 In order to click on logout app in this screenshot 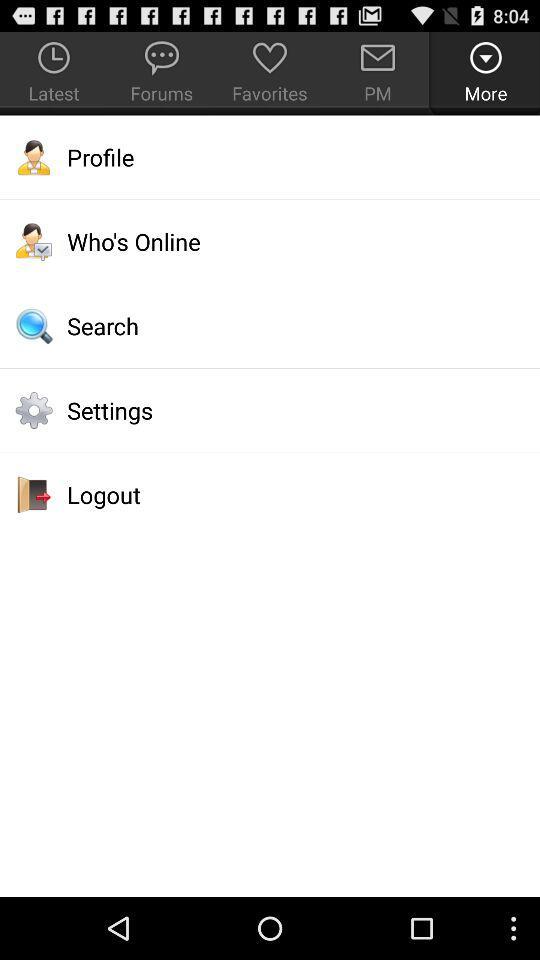, I will do `click(270, 493)`.